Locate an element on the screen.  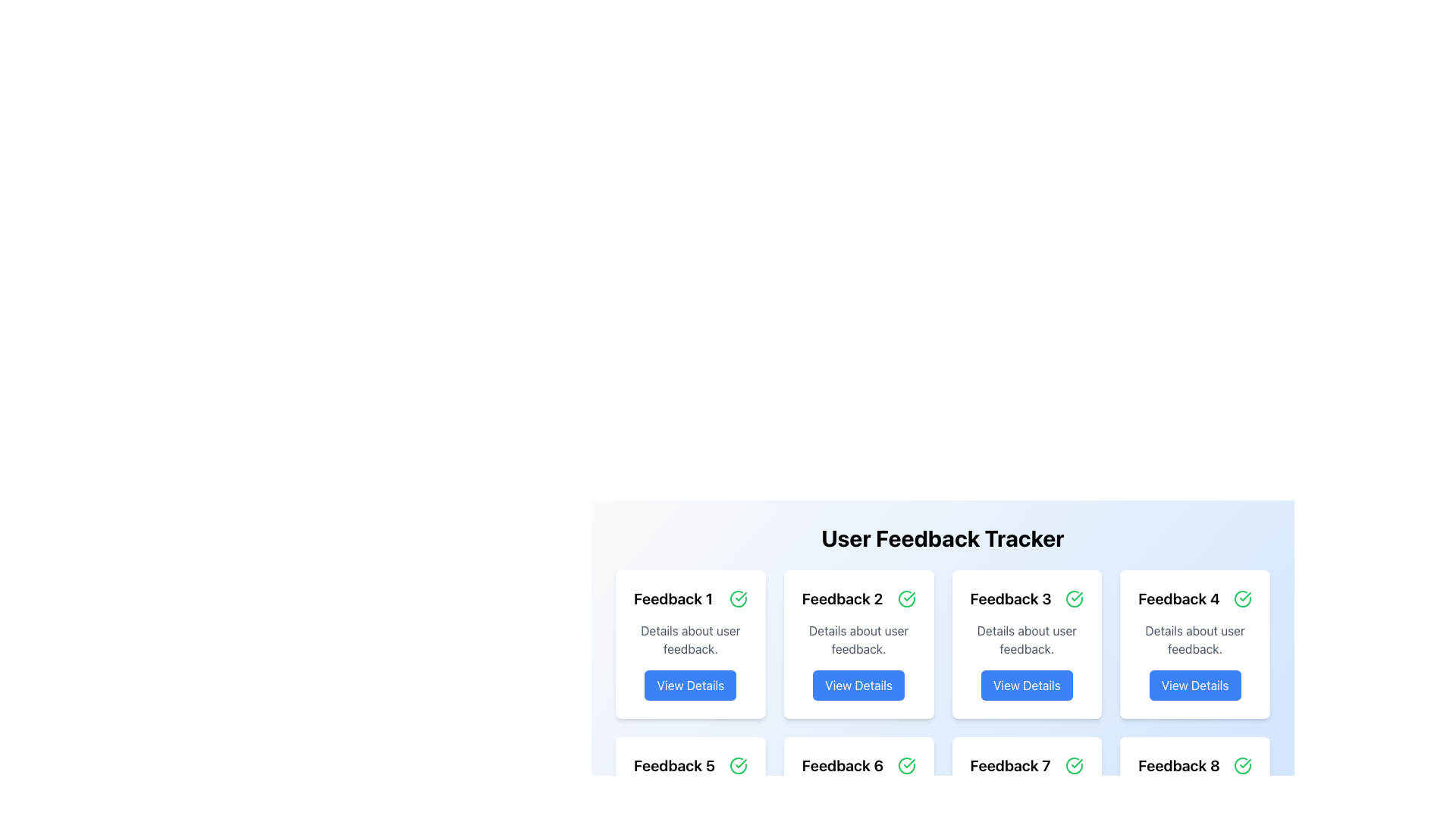
the text label 'Feedback 6' located in the bottom row of the feedback tracking interface, specifically positioned in the second position from the left, above the 'View Details' button is located at coordinates (842, 766).